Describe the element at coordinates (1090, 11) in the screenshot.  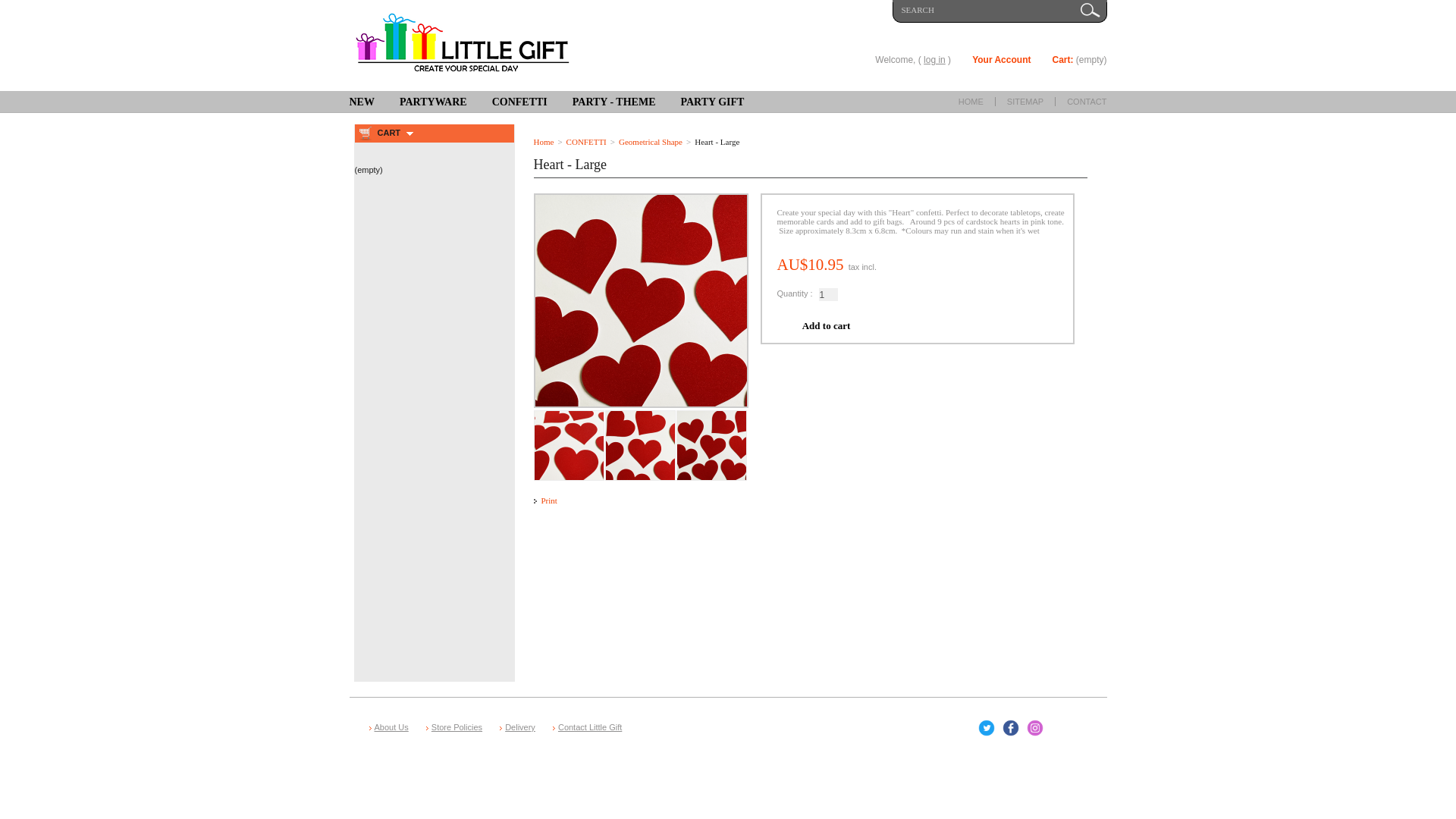
I see `'Go!'` at that location.